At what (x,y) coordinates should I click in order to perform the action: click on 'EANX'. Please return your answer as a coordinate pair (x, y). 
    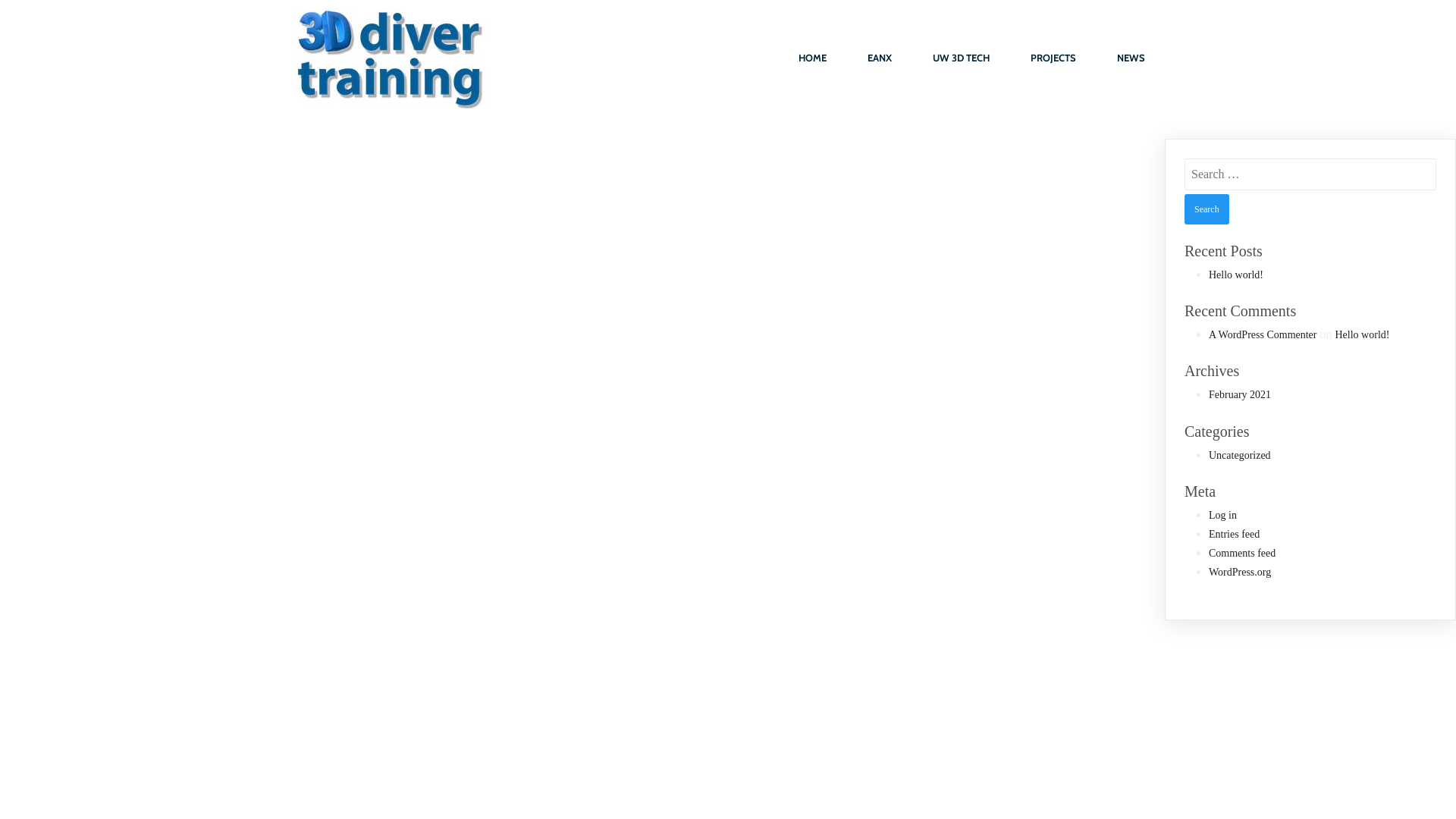
    Looking at the image, I should click on (847, 58).